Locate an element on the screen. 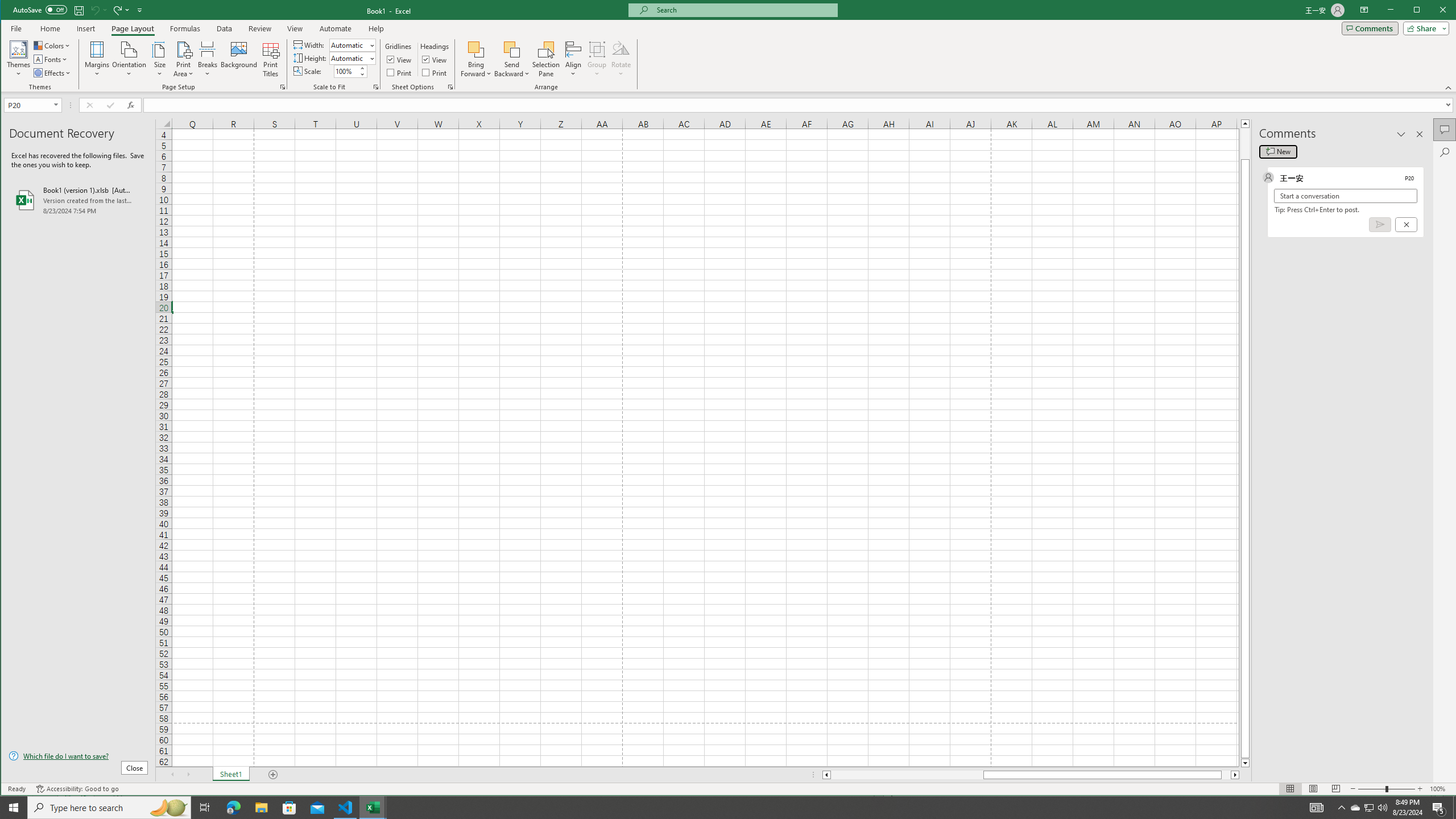 Image resolution: width=1456 pixels, height=819 pixels. 'Start a conversation' is located at coordinates (1345, 196).